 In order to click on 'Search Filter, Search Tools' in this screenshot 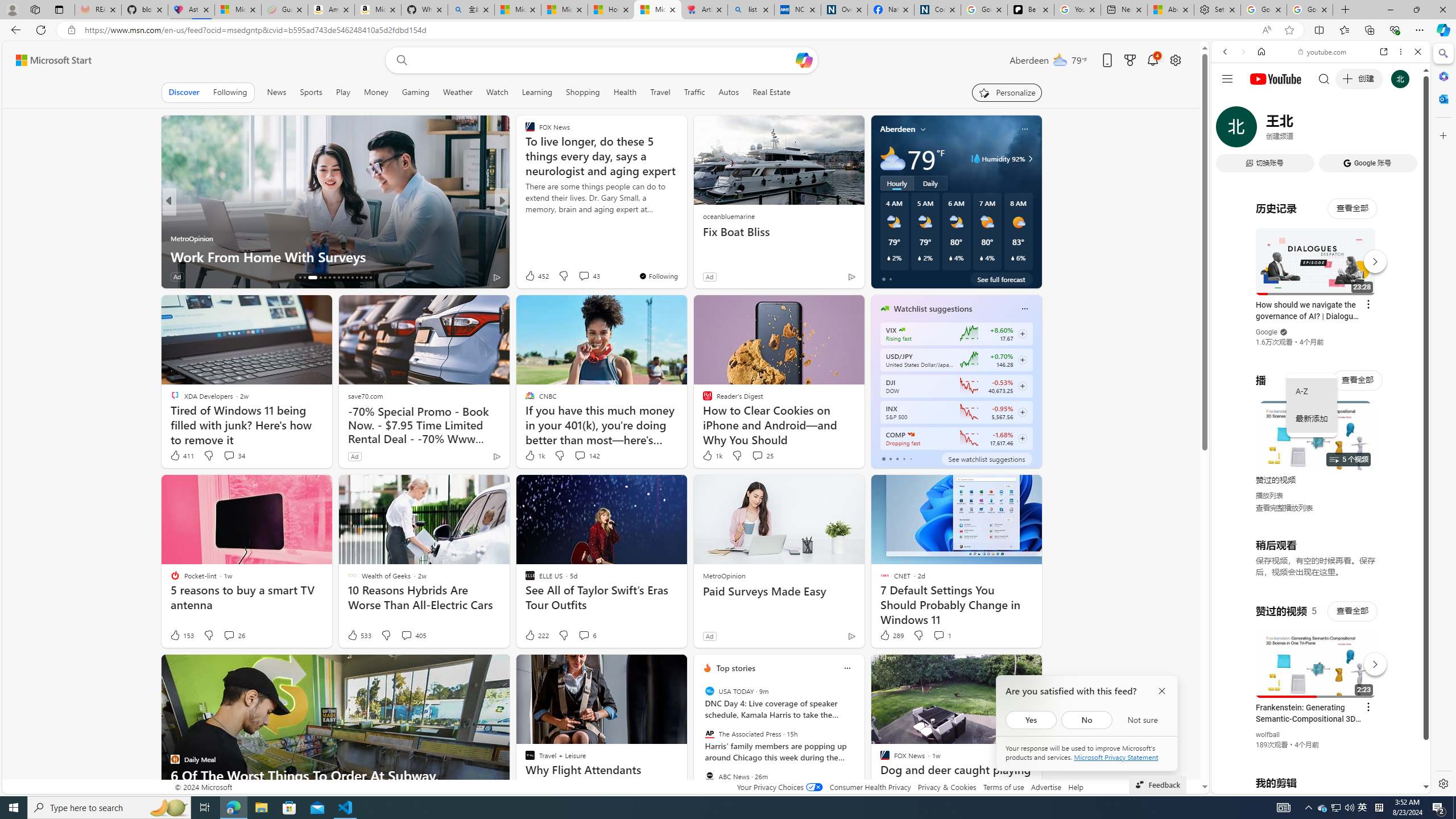, I will do `click(1350, 129)`.